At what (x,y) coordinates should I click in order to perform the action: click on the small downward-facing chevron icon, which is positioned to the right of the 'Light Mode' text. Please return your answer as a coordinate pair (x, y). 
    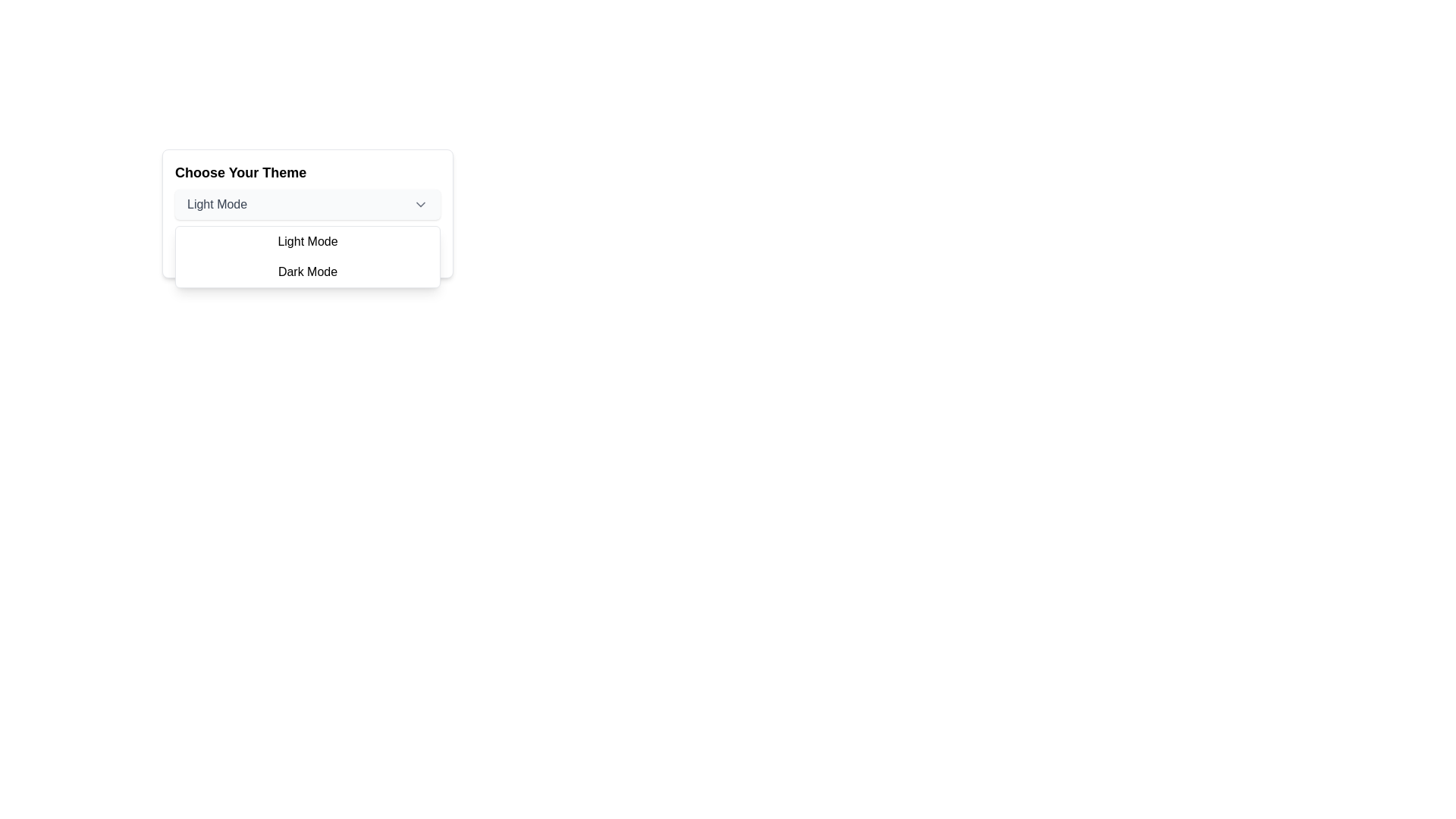
    Looking at the image, I should click on (421, 205).